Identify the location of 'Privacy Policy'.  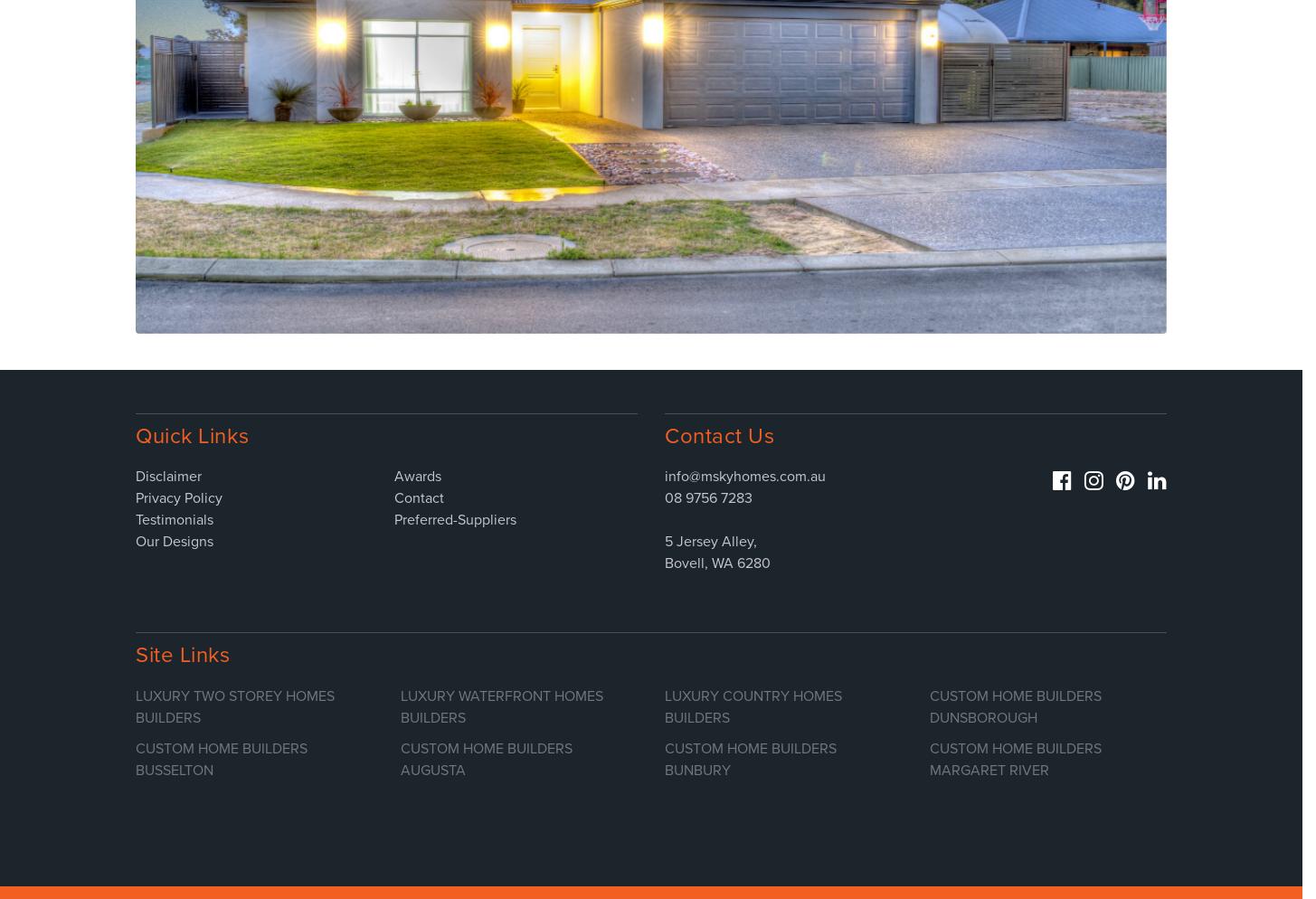
(179, 497).